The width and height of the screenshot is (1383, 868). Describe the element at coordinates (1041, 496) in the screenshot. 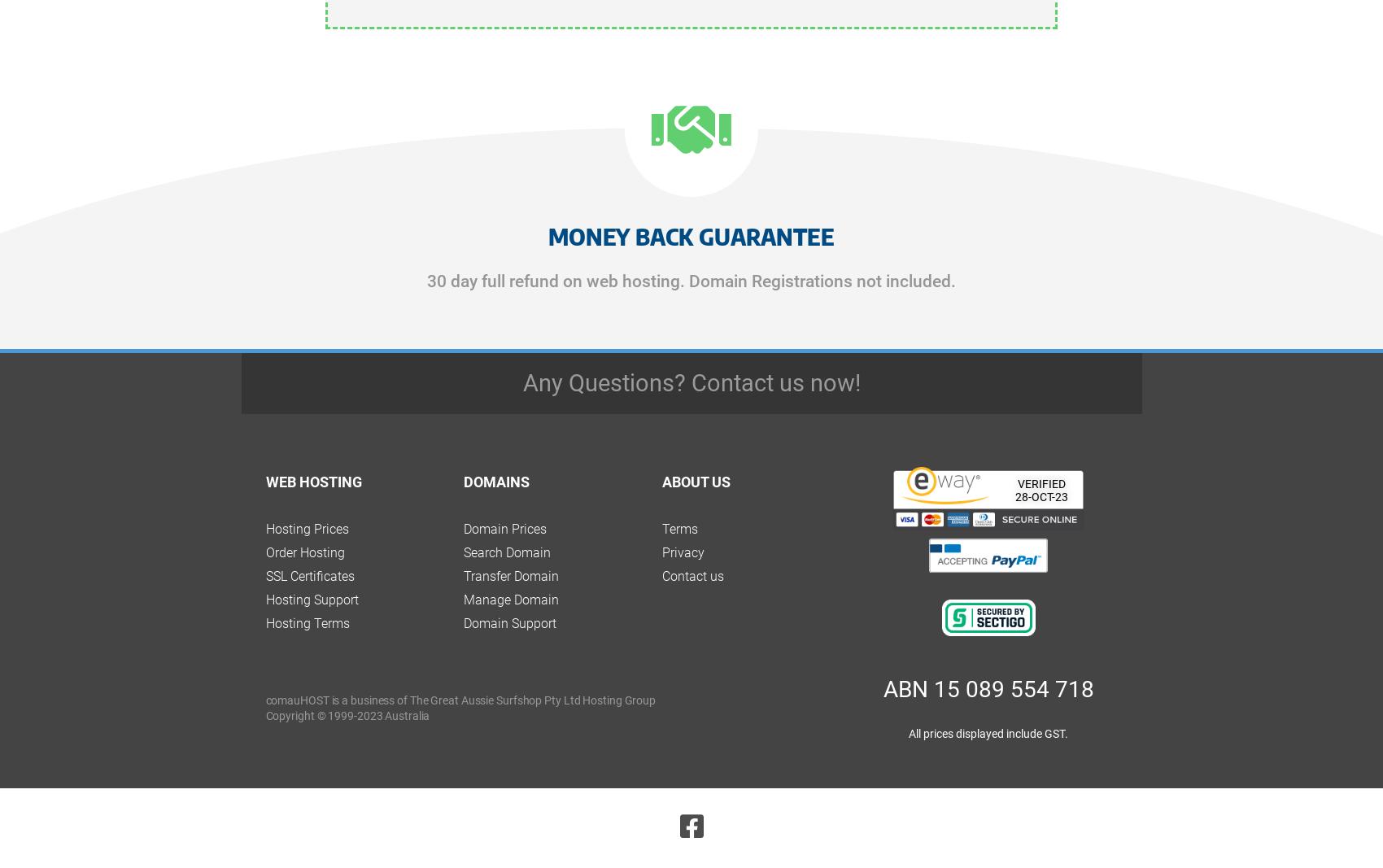

I see `'28-Oct-23'` at that location.